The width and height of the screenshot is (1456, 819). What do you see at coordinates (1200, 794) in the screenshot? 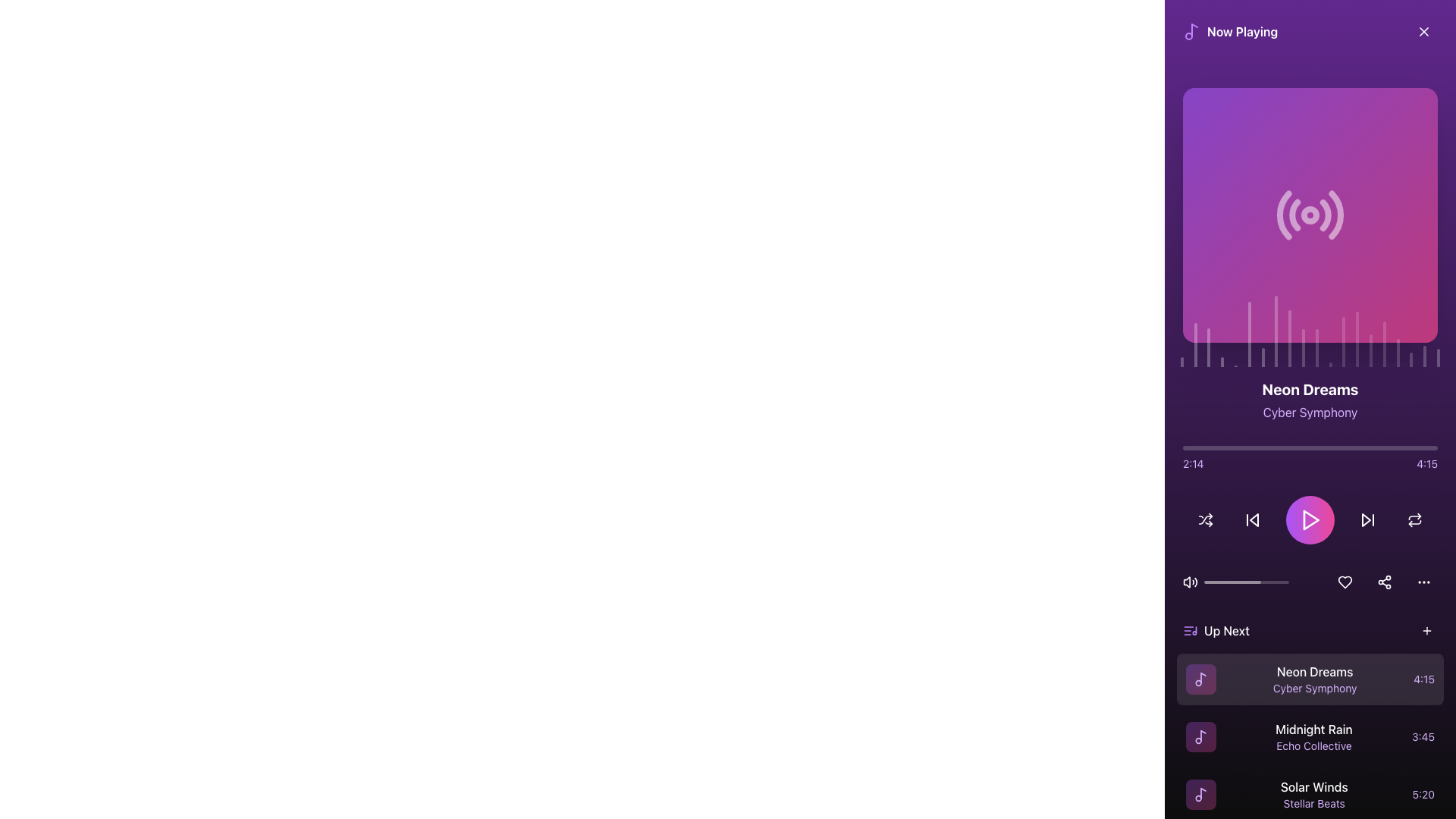
I see `the audio Icon representing the song 'Solar Winds' by 'Stellar Beats' at the front of the last list item in the 'Up Next' section` at bounding box center [1200, 794].